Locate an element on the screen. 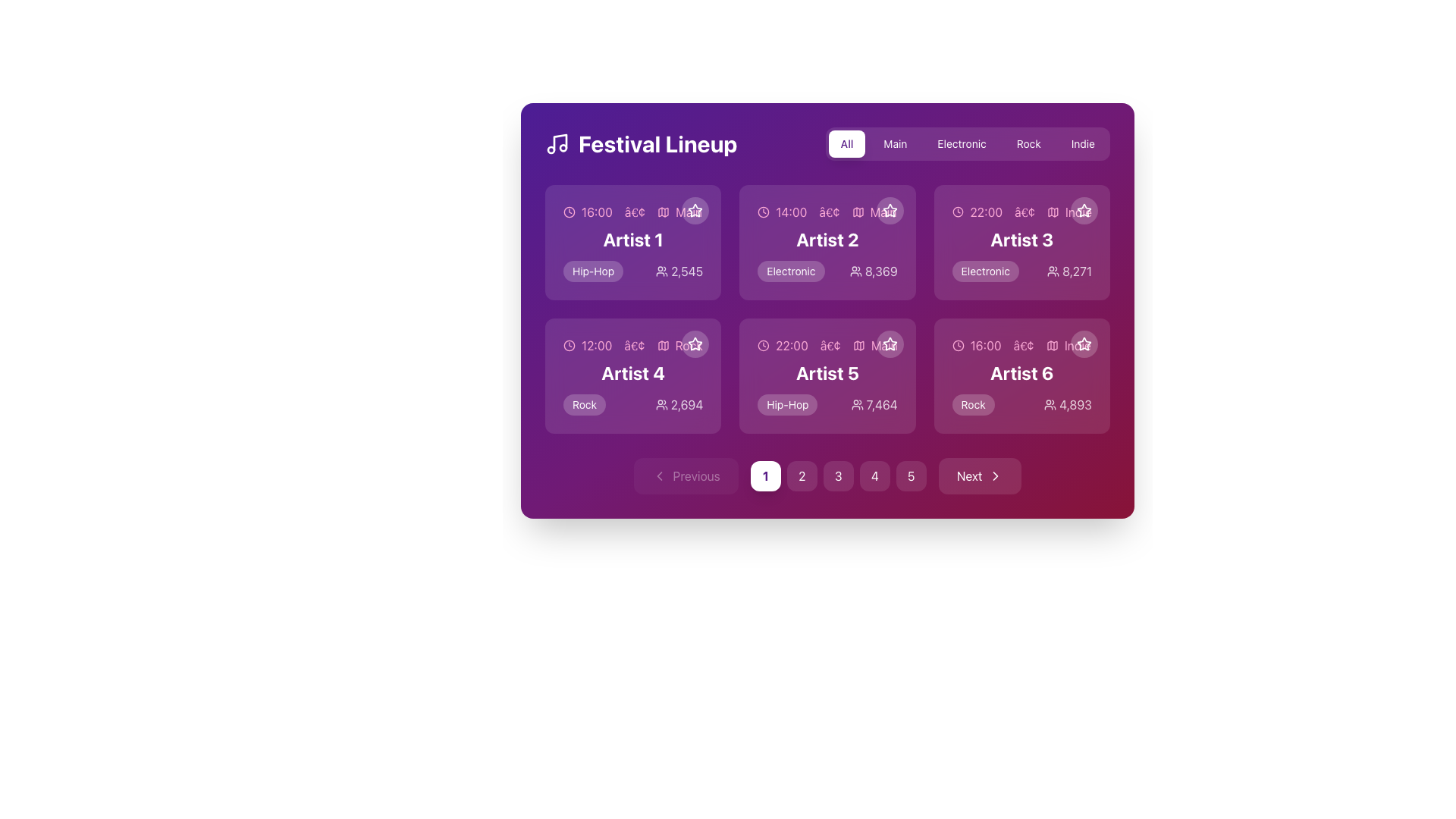 Image resolution: width=1456 pixels, height=819 pixels. the Tab Bar located below 'Festival Lineup' to filter the displayed items by categories is located at coordinates (827, 143).